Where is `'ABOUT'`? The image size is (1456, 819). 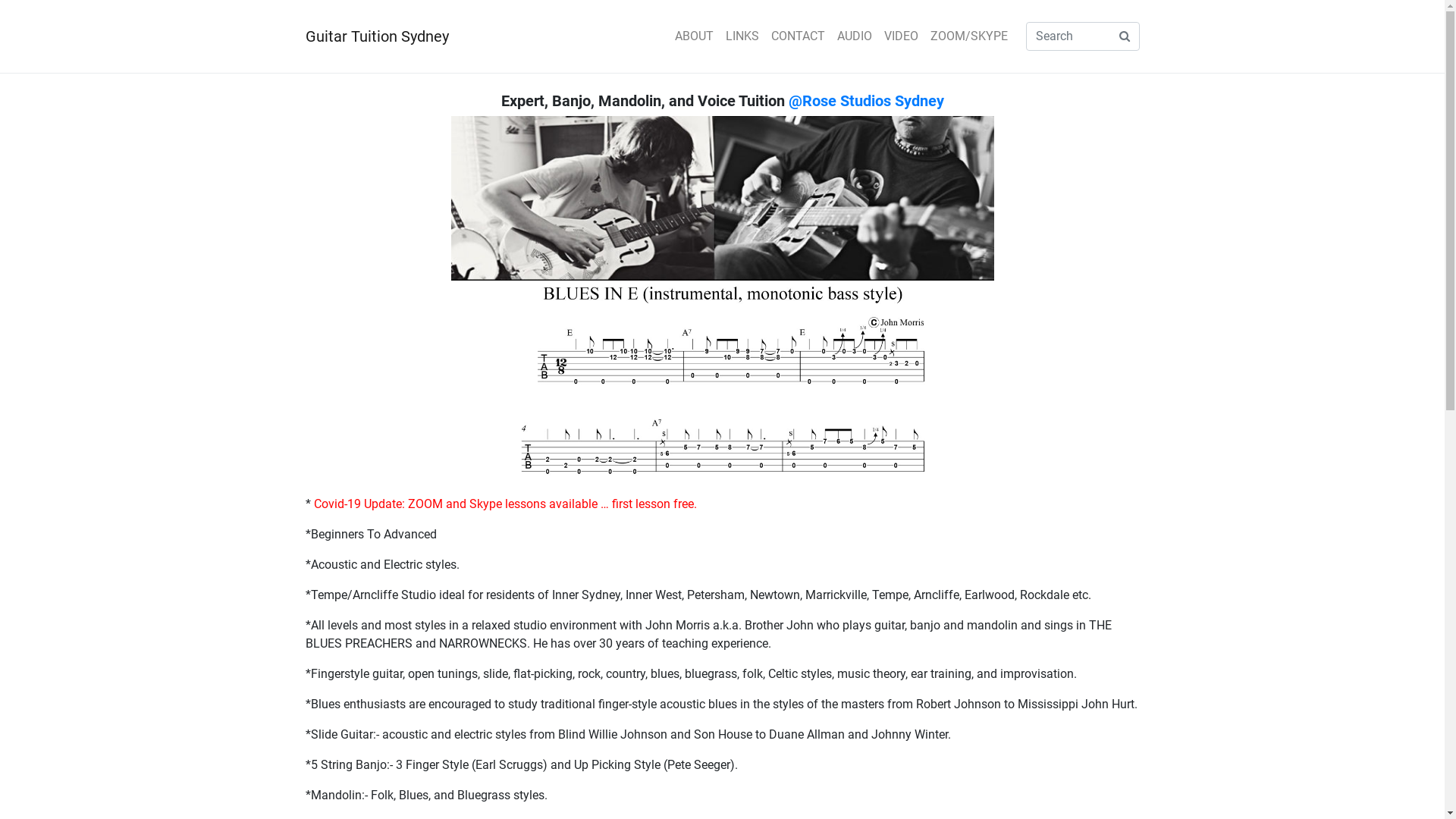 'ABOUT' is located at coordinates (693, 35).